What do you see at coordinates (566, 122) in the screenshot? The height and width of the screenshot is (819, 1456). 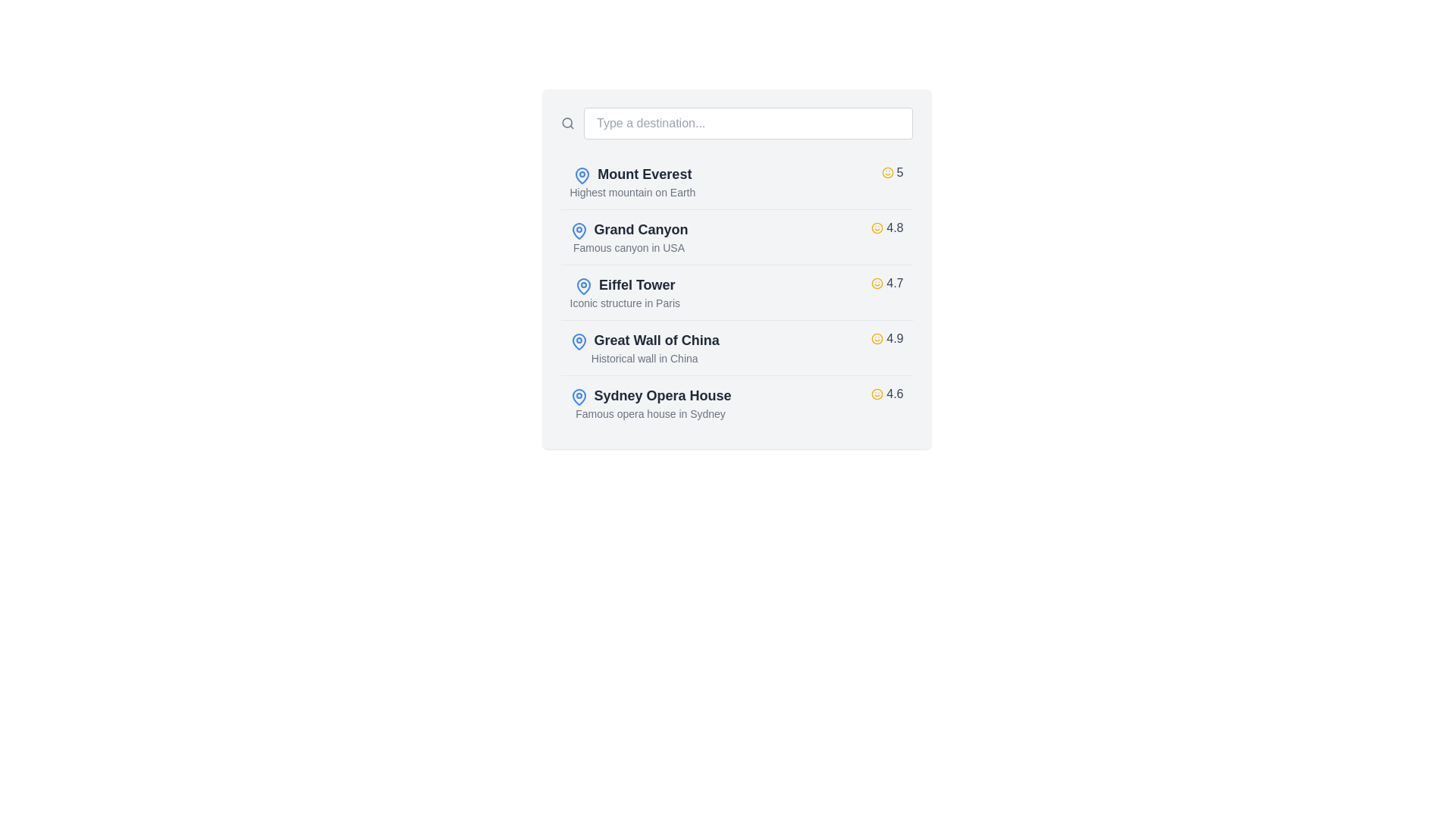 I see `the decorative search icon located on the left side of the search input field, which indicates the search functionality` at bounding box center [566, 122].